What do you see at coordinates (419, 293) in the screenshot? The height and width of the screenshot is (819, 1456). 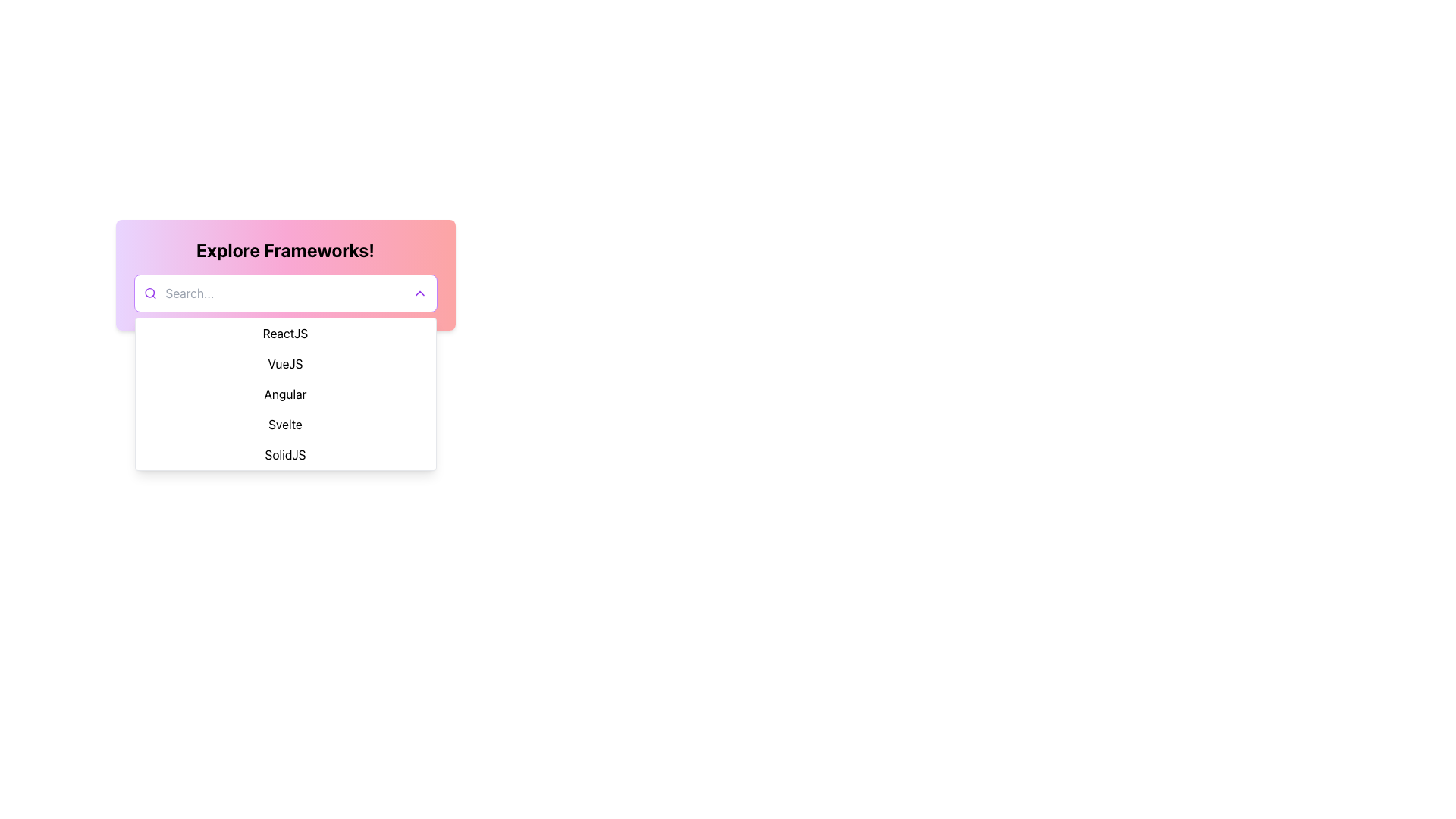 I see `the chevron-up icon styled in purple, located on the right side of the search input field` at bounding box center [419, 293].